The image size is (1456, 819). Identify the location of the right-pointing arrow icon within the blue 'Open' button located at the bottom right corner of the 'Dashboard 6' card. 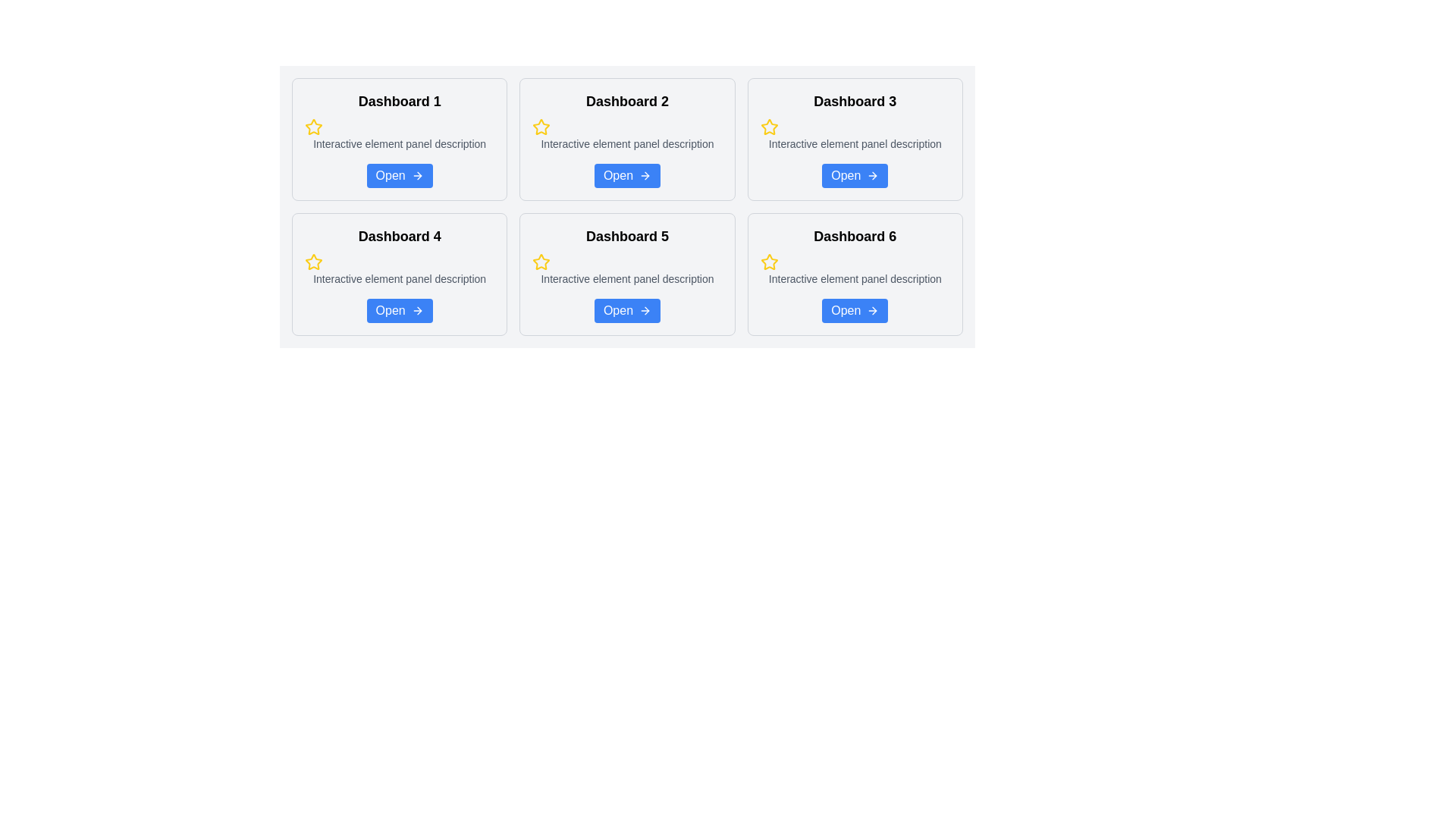
(873, 309).